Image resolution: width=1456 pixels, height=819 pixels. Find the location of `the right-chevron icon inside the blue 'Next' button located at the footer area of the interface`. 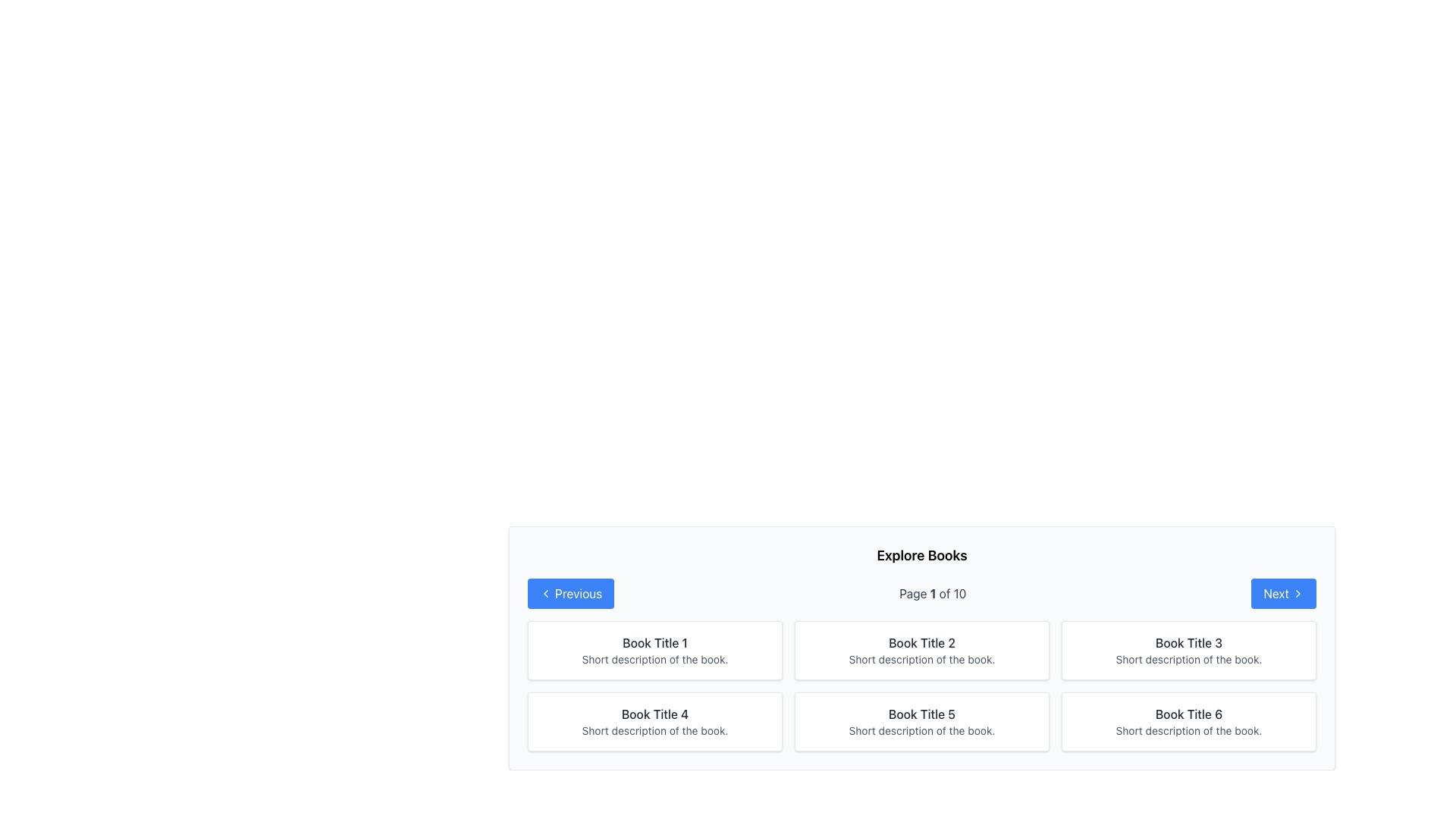

the right-chevron icon inside the blue 'Next' button located at the footer area of the interface is located at coordinates (1298, 593).